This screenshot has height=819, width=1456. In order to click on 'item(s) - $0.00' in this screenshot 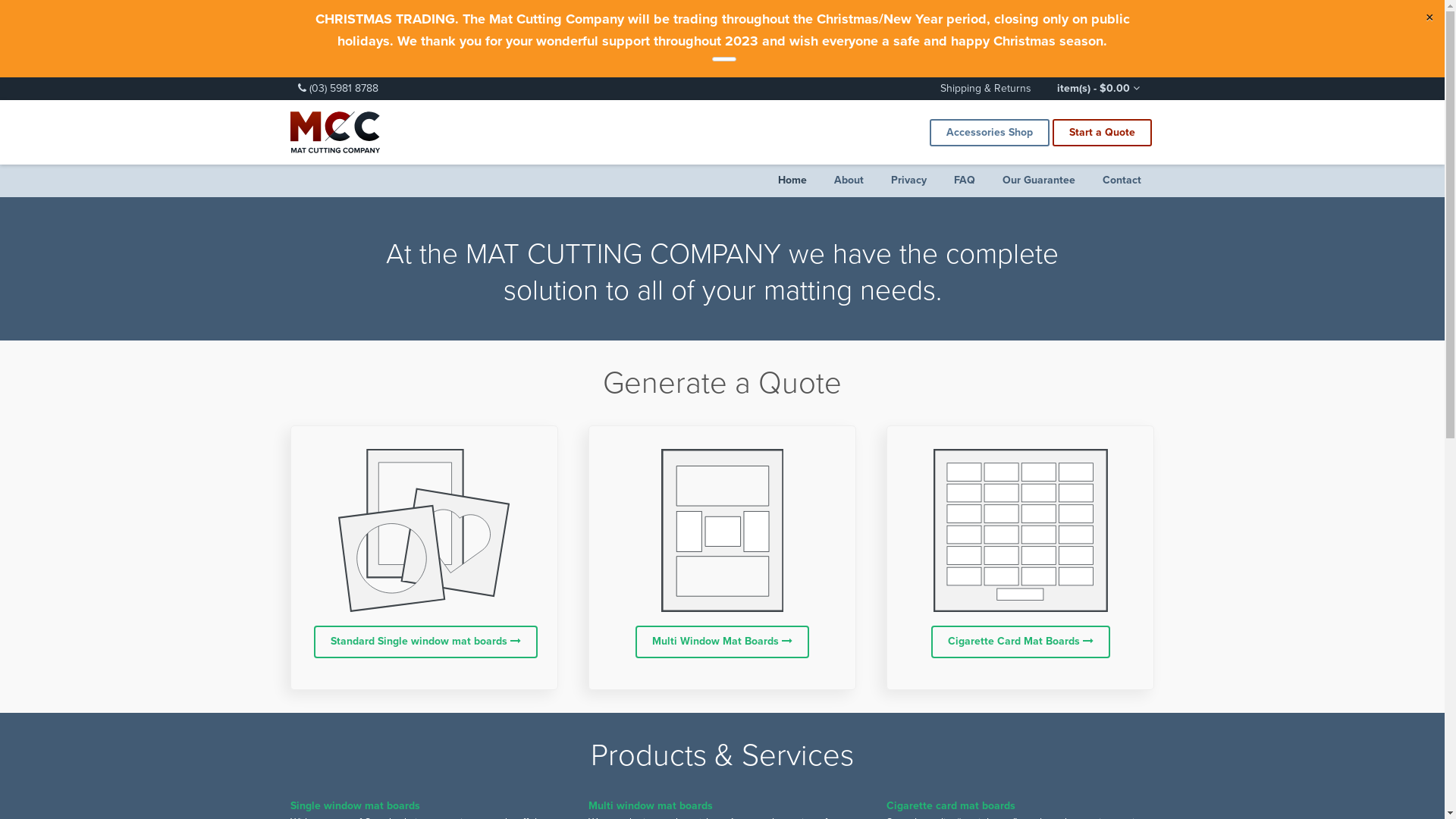, I will do `click(1098, 88)`.